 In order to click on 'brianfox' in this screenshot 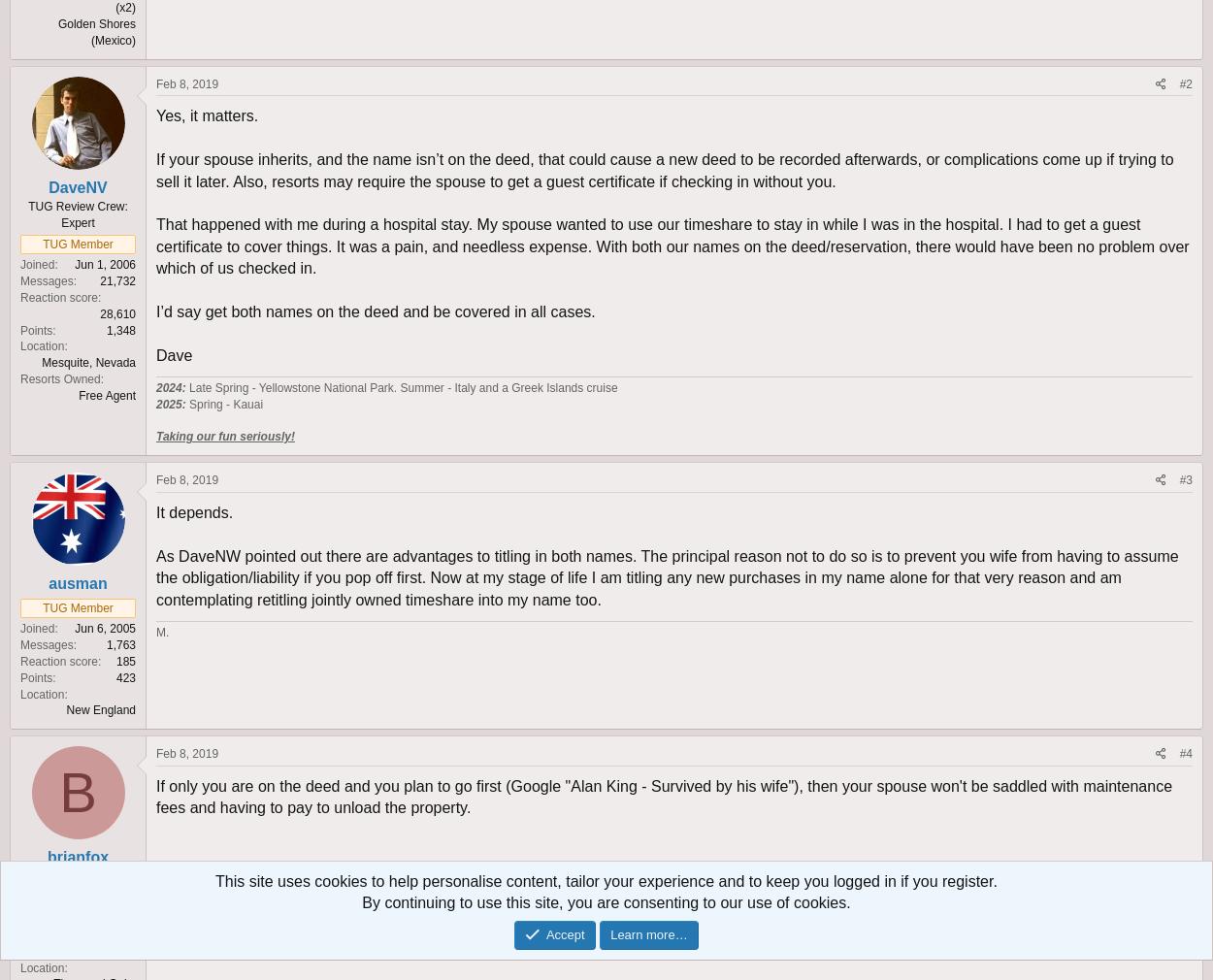, I will do `click(77, 857)`.